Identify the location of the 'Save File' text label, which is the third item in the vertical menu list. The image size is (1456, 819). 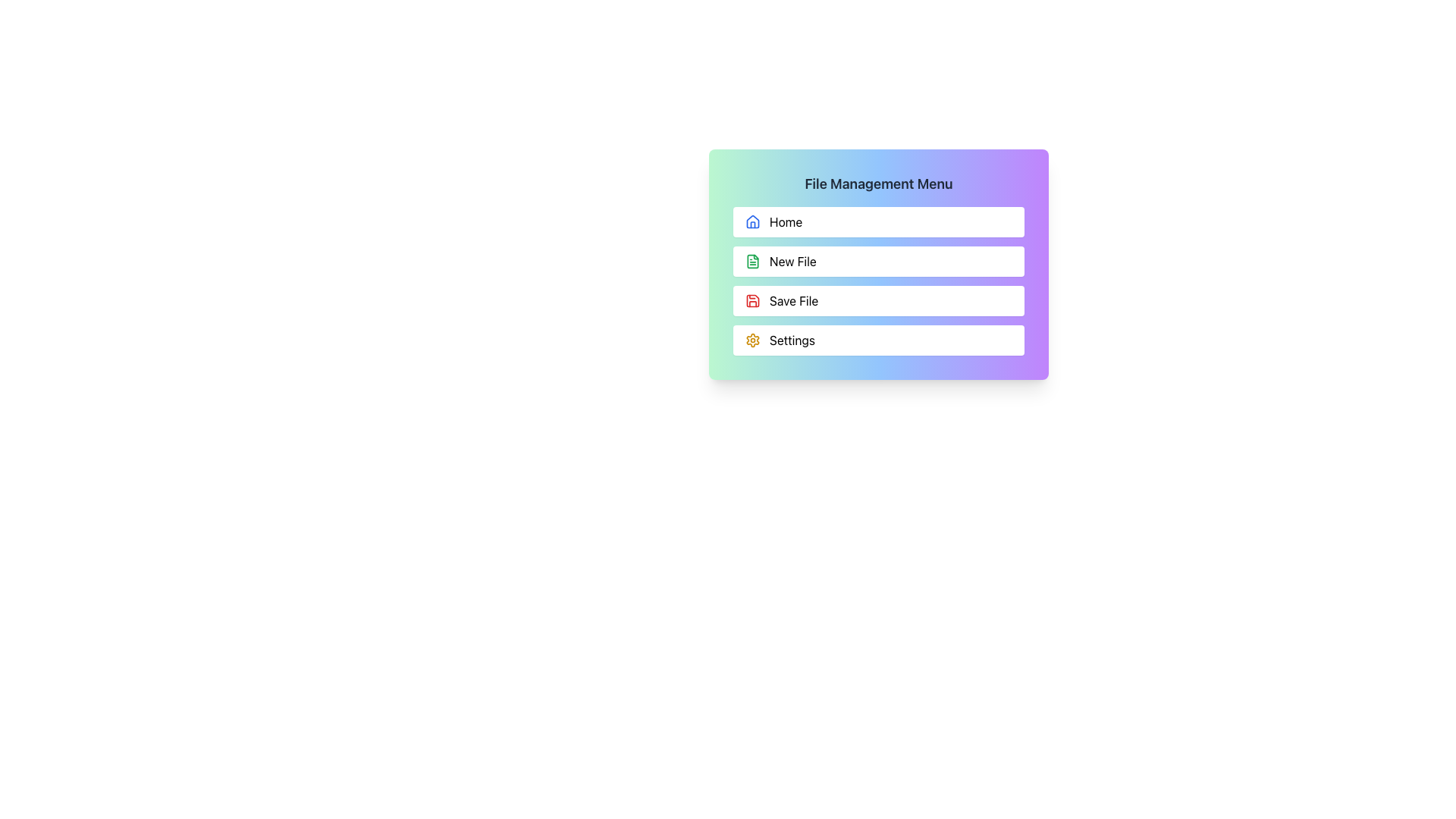
(793, 301).